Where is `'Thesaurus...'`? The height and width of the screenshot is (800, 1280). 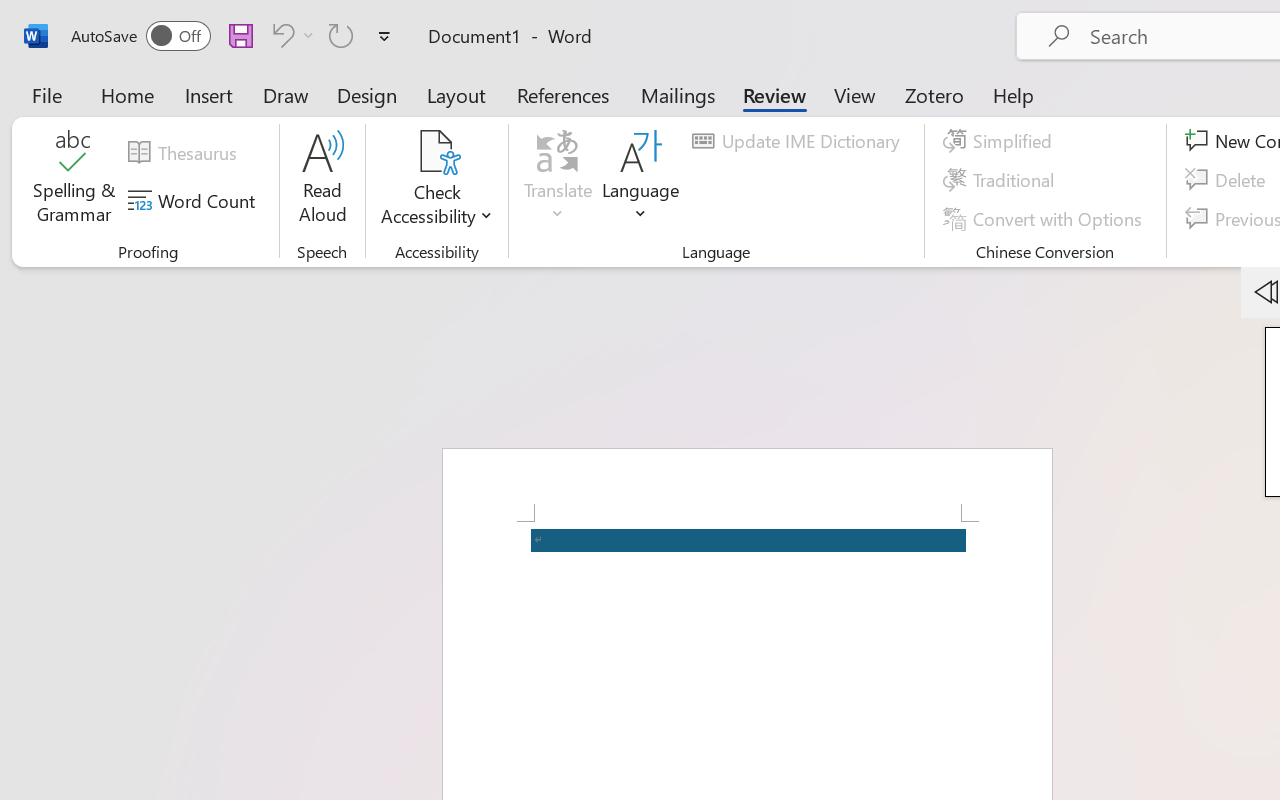 'Thesaurus...' is located at coordinates (185, 153).